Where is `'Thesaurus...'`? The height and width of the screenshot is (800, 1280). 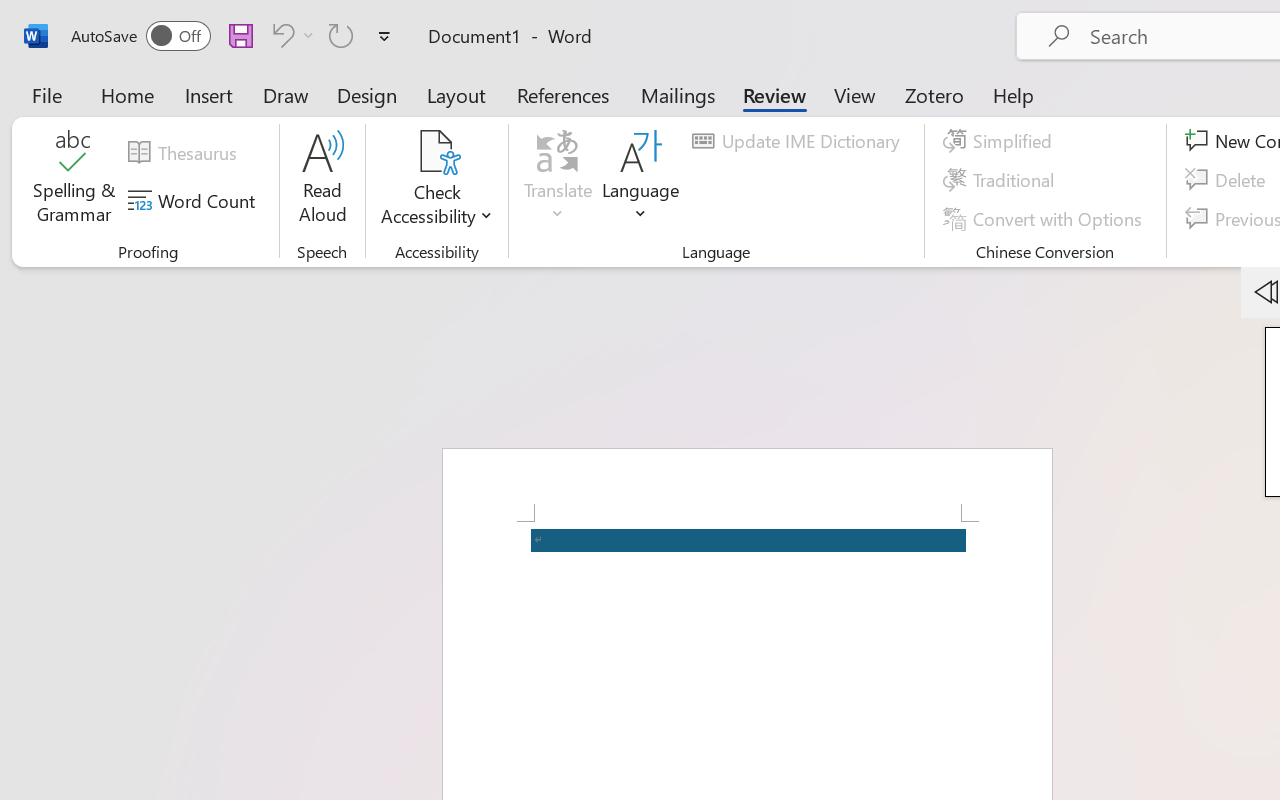 'Thesaurus...' is located at coordinates (185, 153).